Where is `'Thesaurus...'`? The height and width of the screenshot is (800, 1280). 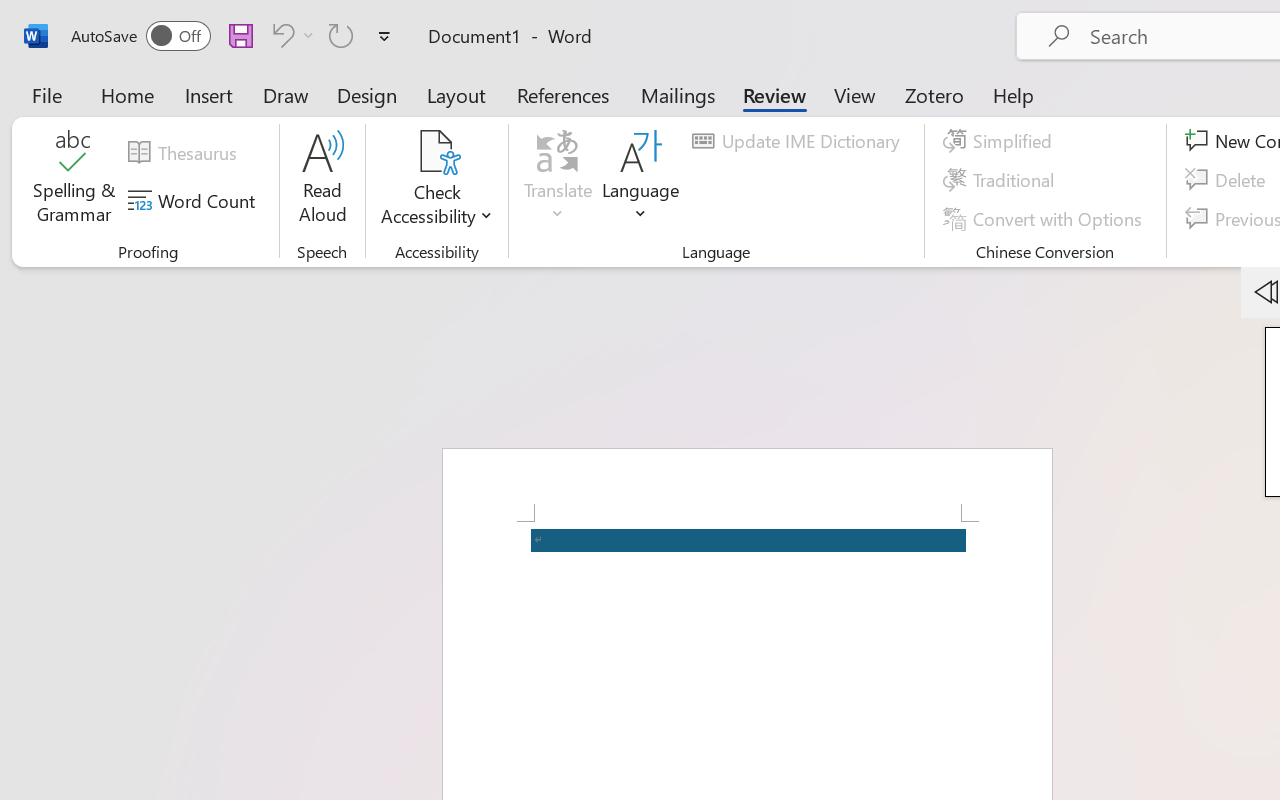 'Thesaurus...' is located at coordinates (185, 153).